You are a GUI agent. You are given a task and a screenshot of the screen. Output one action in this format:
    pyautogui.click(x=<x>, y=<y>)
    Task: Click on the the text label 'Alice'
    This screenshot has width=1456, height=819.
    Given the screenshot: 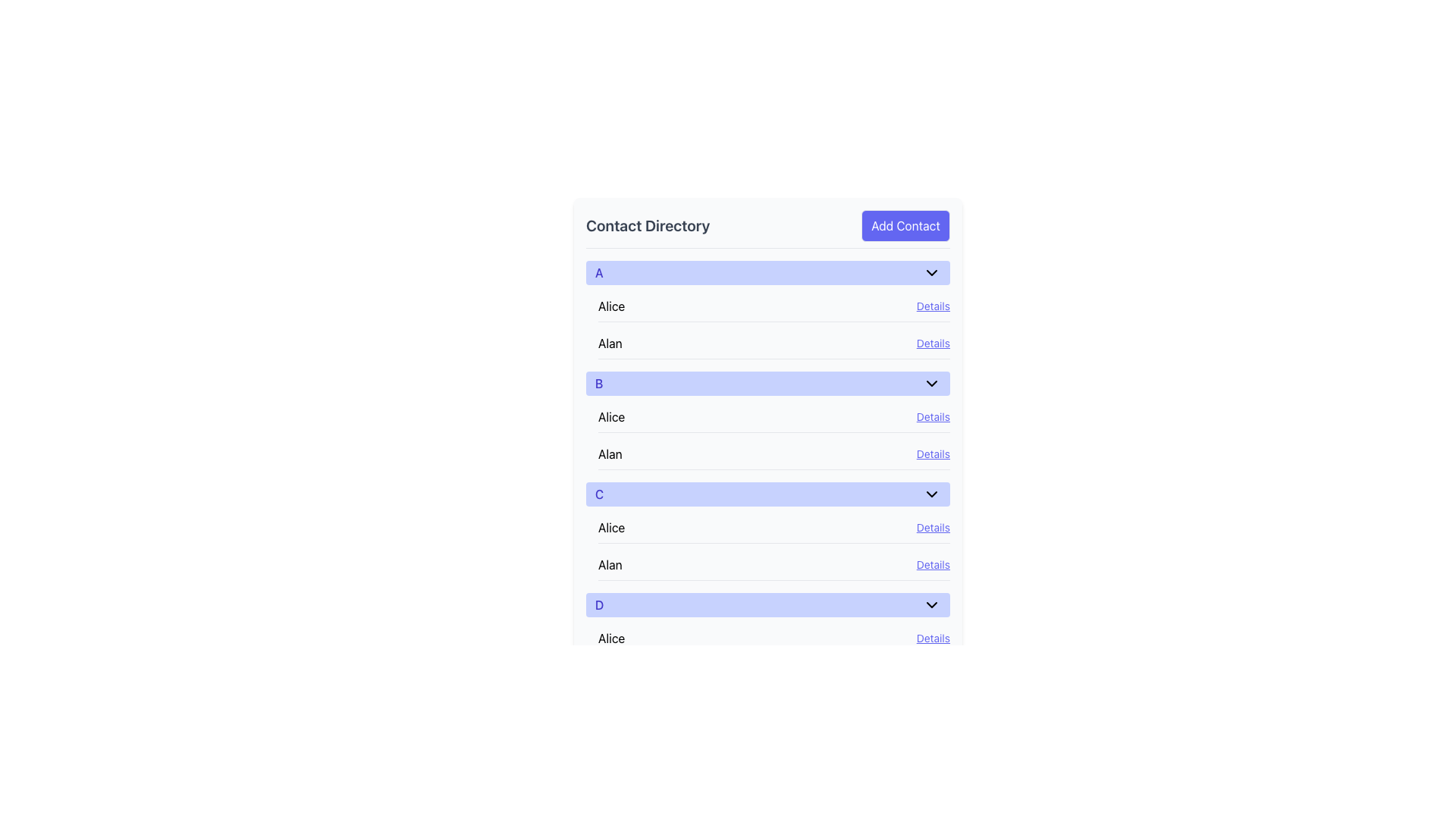 What is the action you would take?
    pyautogui.click(x=611, y=306)
    